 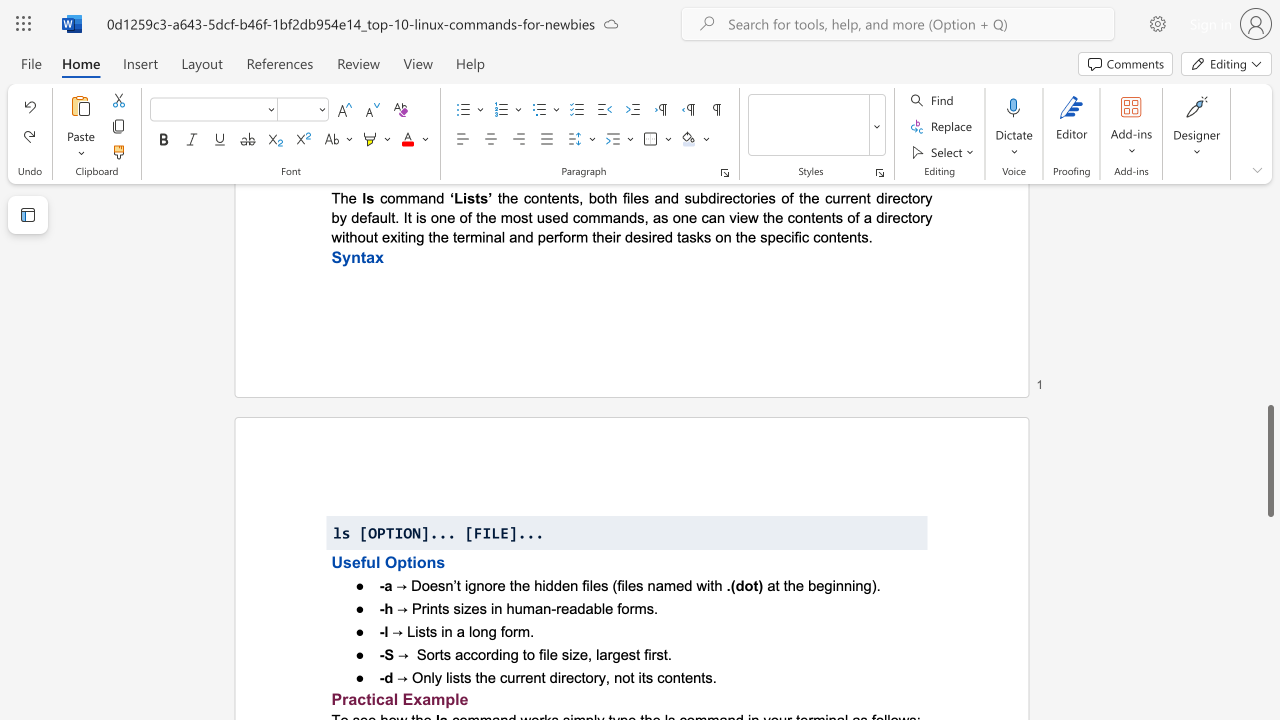 I want to click on the scrollbar to scroll upward, so click(x=1269, y=280).